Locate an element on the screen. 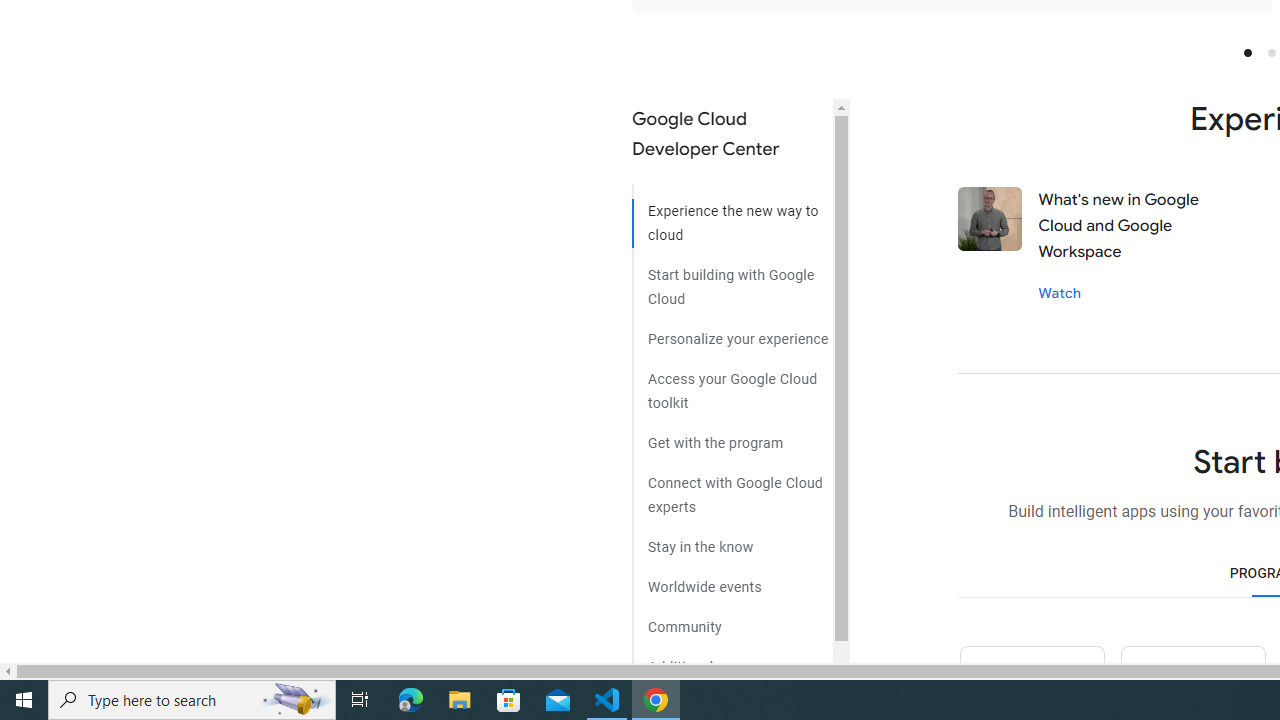  'Start building with Google Cloud' is located at coordinates (731, 279).